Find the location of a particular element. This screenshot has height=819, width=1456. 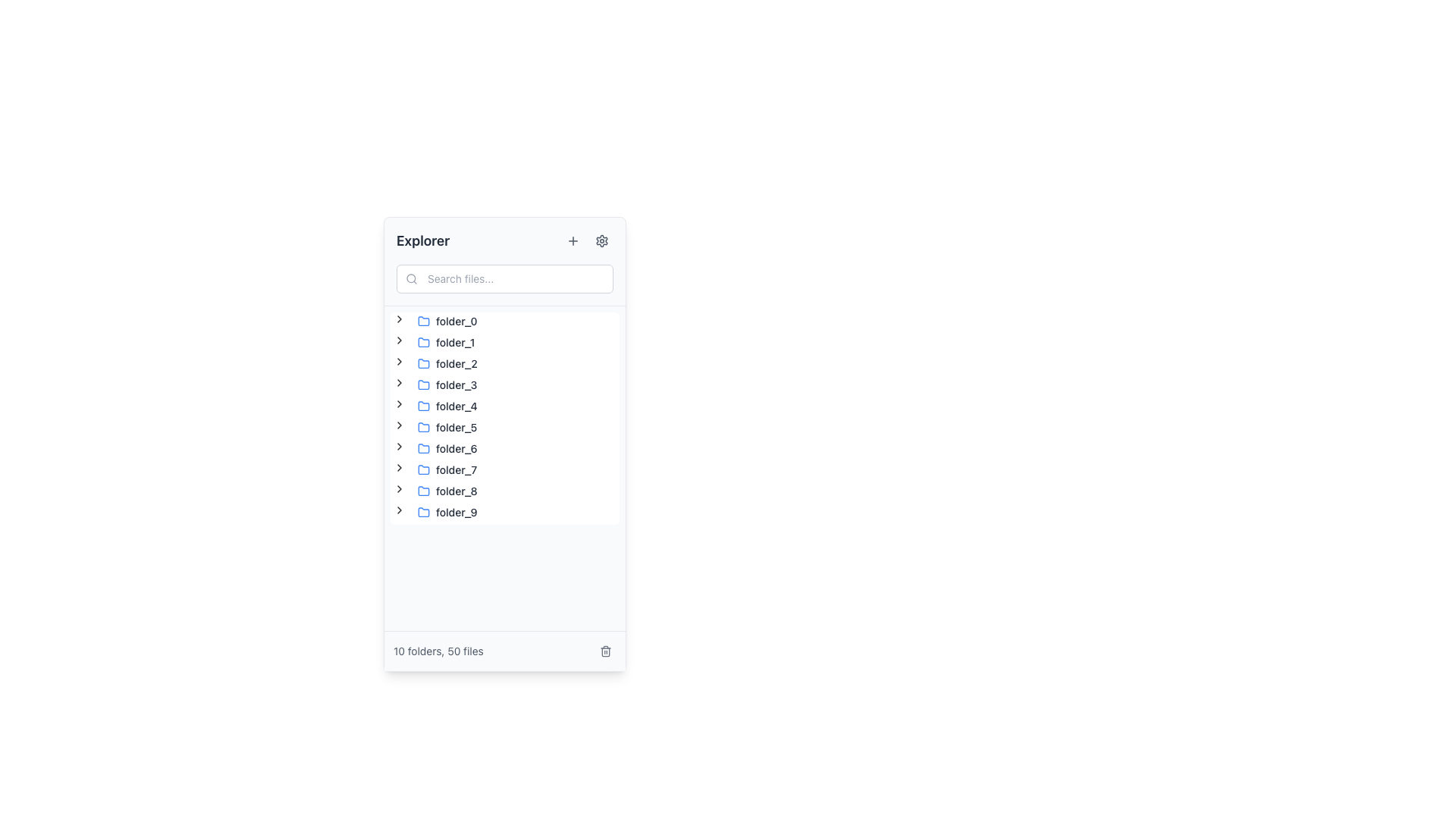

the list item representing the folder named 'folder_4' is located at coordinates (447, 406).